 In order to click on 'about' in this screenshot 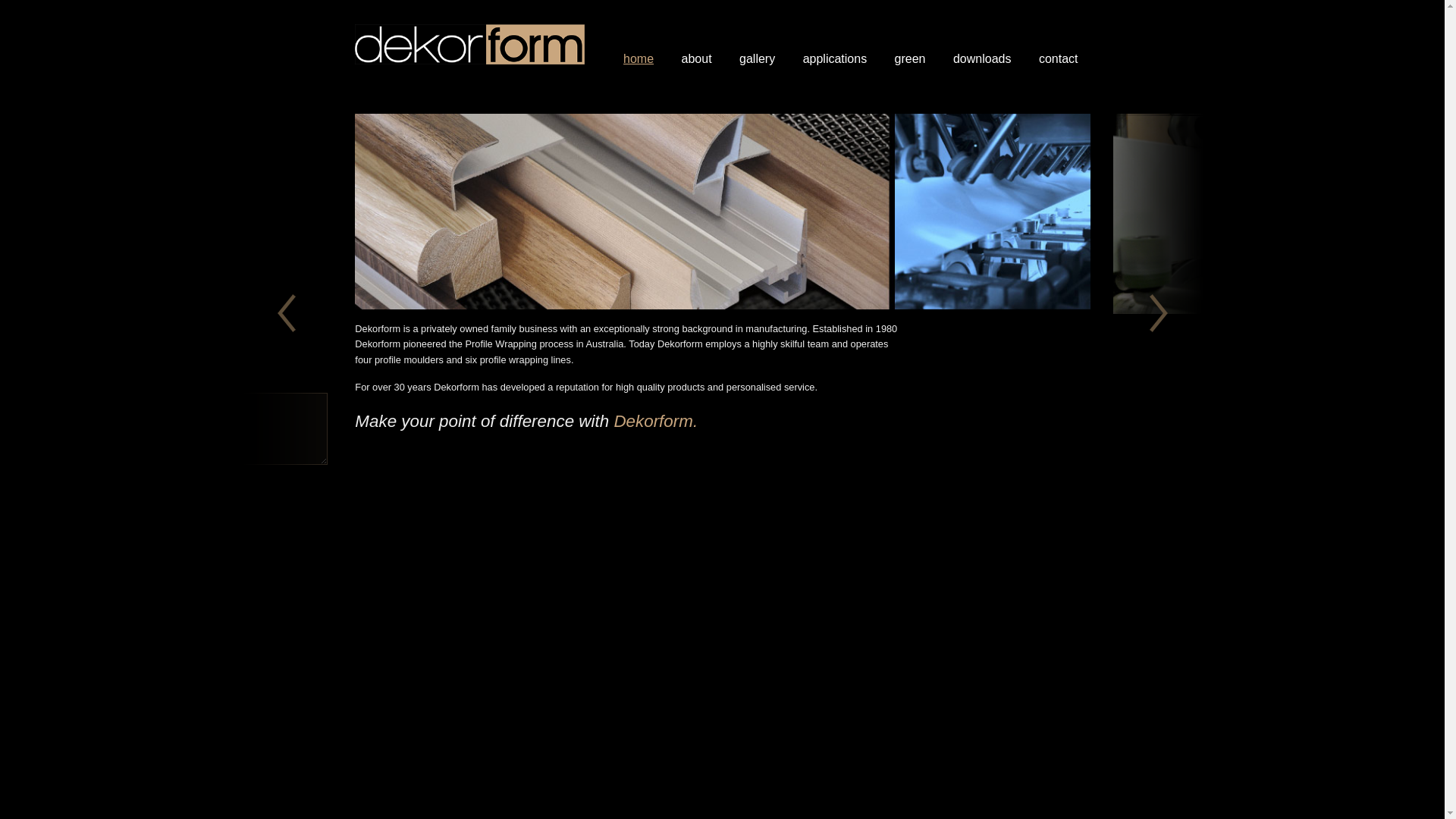, I will do `click(669, 43)`.